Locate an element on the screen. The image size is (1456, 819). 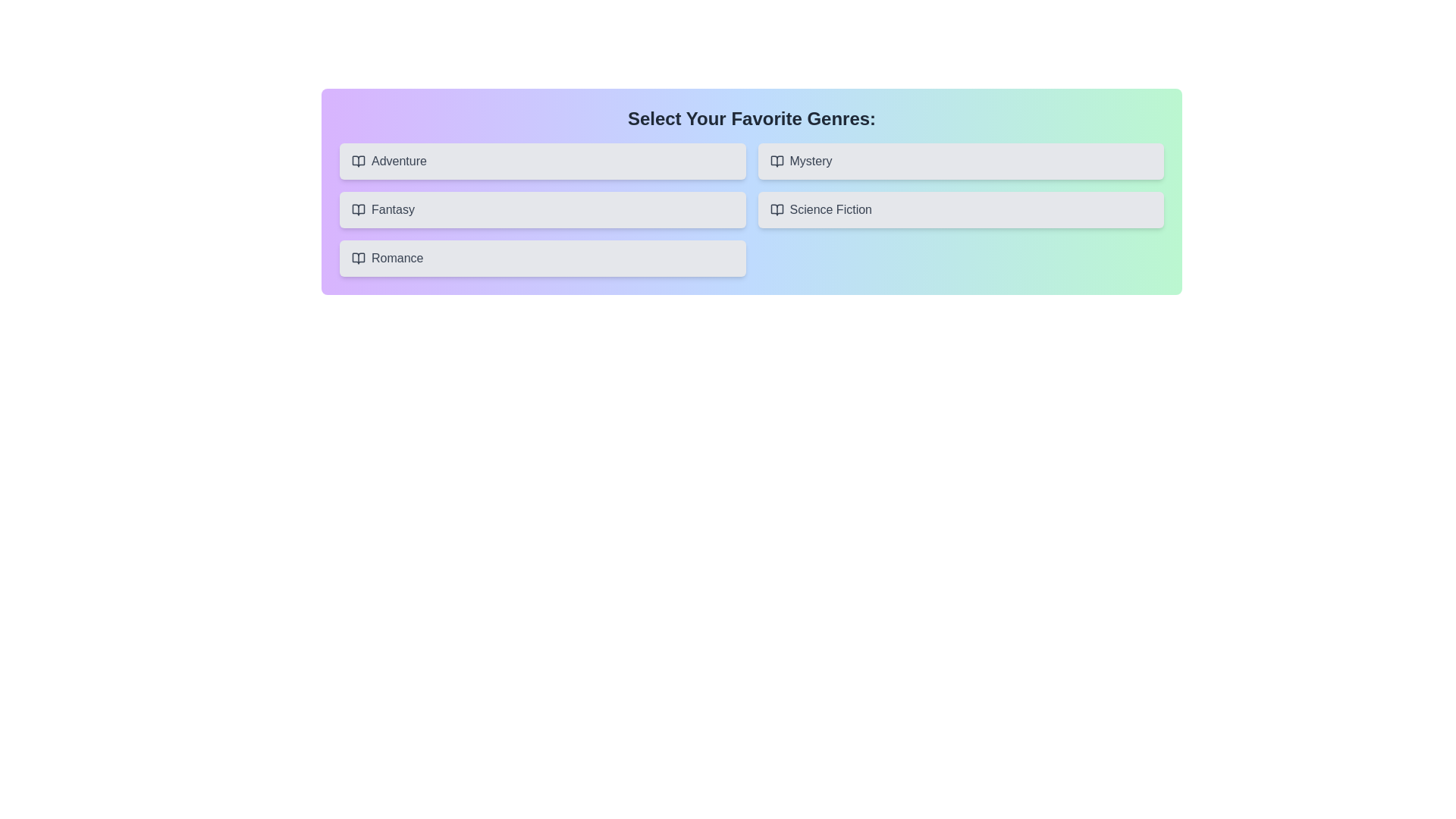
the button corresponding to the genre Adventure is located at coordinates (542, 161).